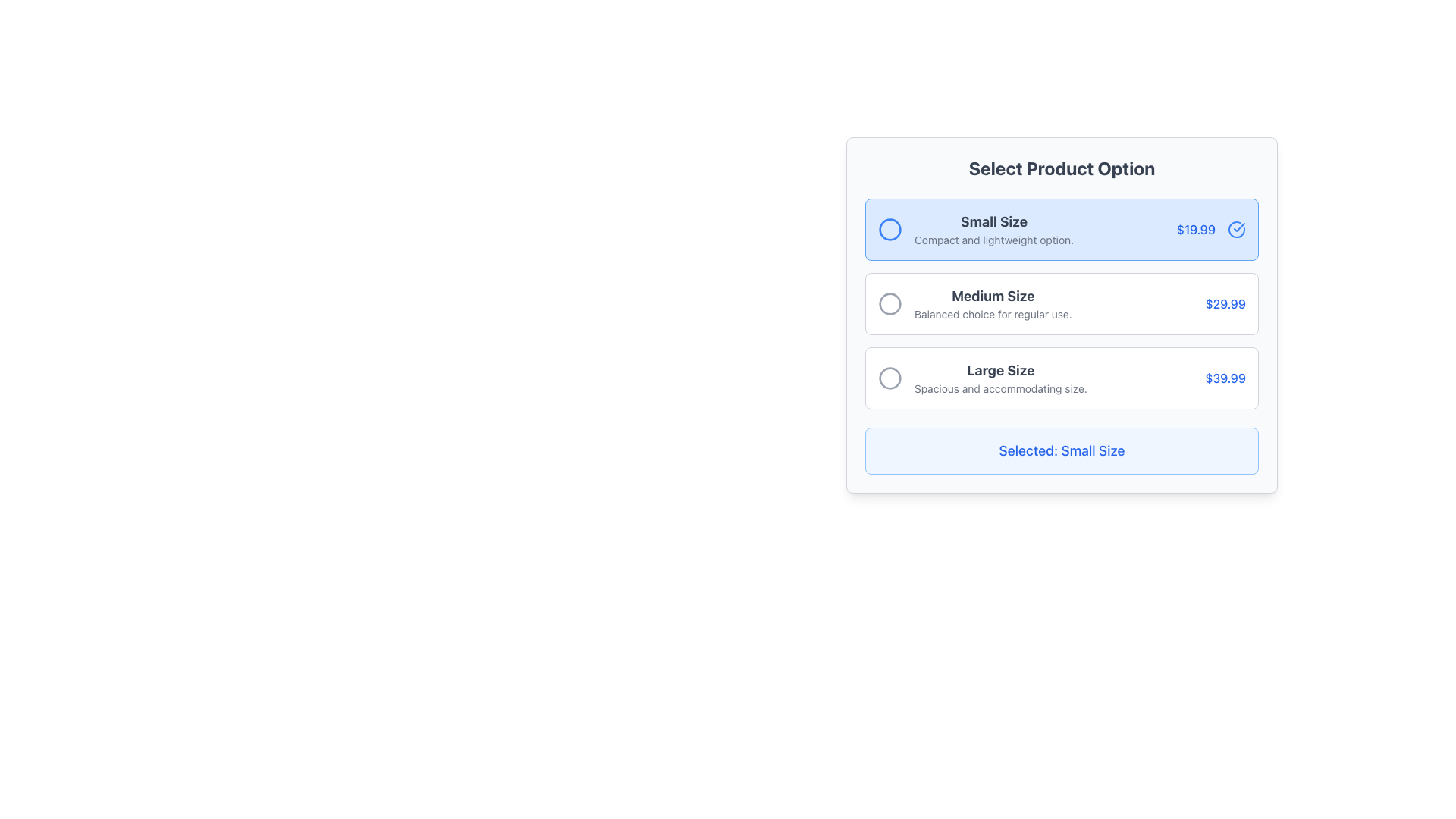 Image resolution: width=1456 pixels, height=819 pixels. What do you see at coordinates (890, 304) in the screenshot?
I see `the circular SVG graphic indicating the selection status of the 'Medium Size' option by using keyboard navigation to select it` at bounding box center [890, 304].